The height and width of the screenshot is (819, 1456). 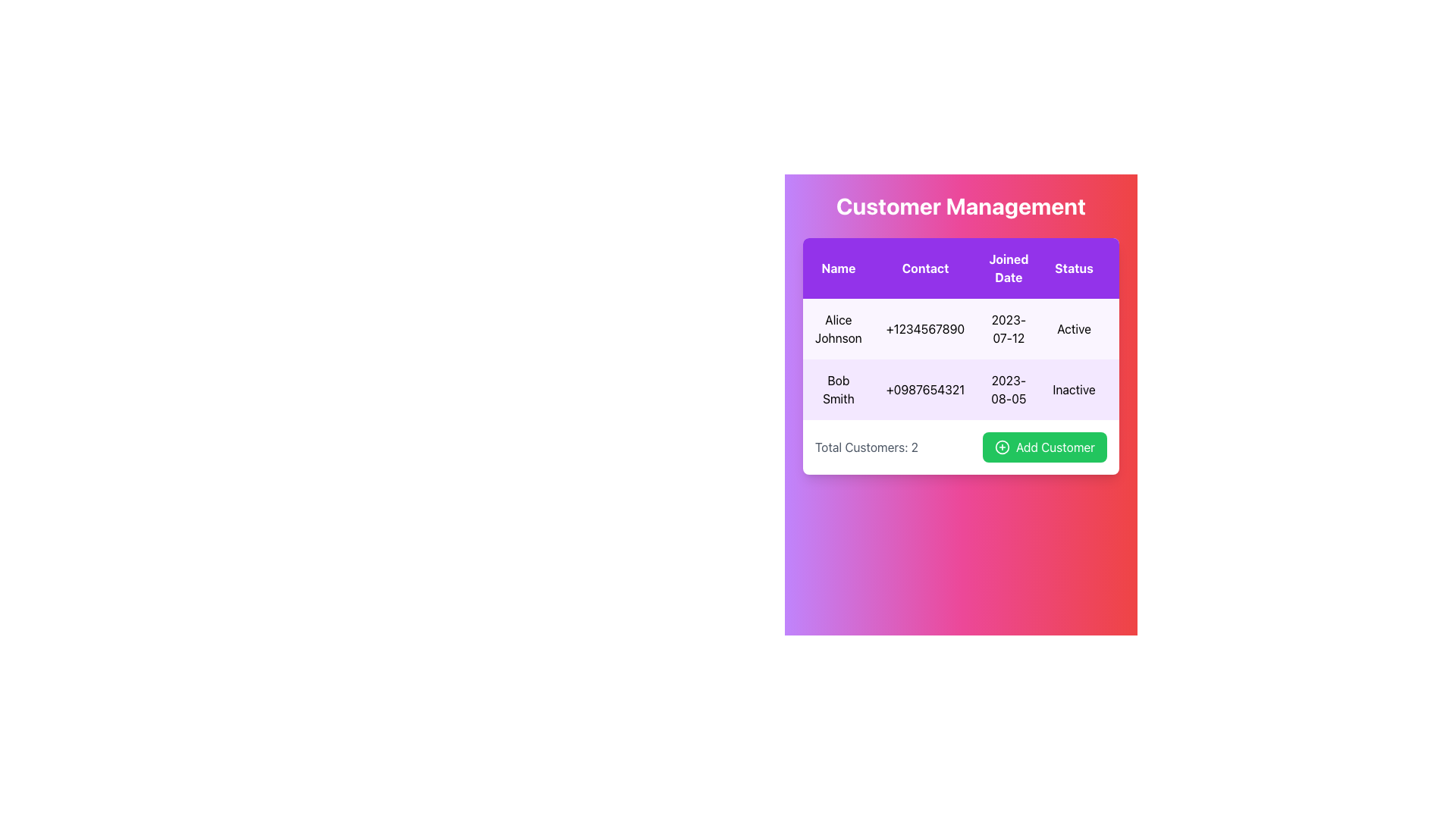 I want to click on the edit icon located, so click(x=1131, y=328).